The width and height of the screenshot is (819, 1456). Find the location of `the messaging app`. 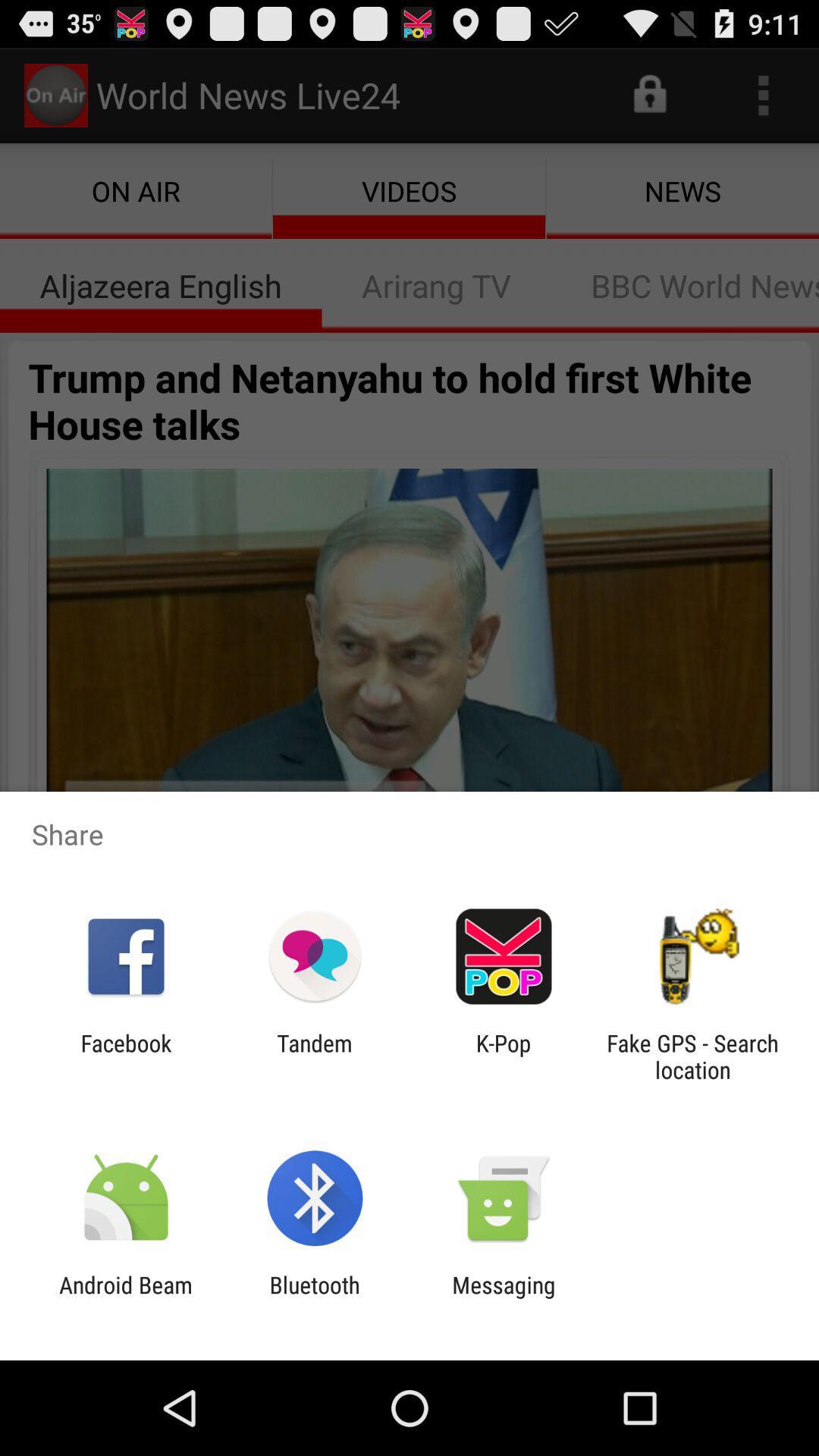

the messaging app is located at coordinates (504, 1298).